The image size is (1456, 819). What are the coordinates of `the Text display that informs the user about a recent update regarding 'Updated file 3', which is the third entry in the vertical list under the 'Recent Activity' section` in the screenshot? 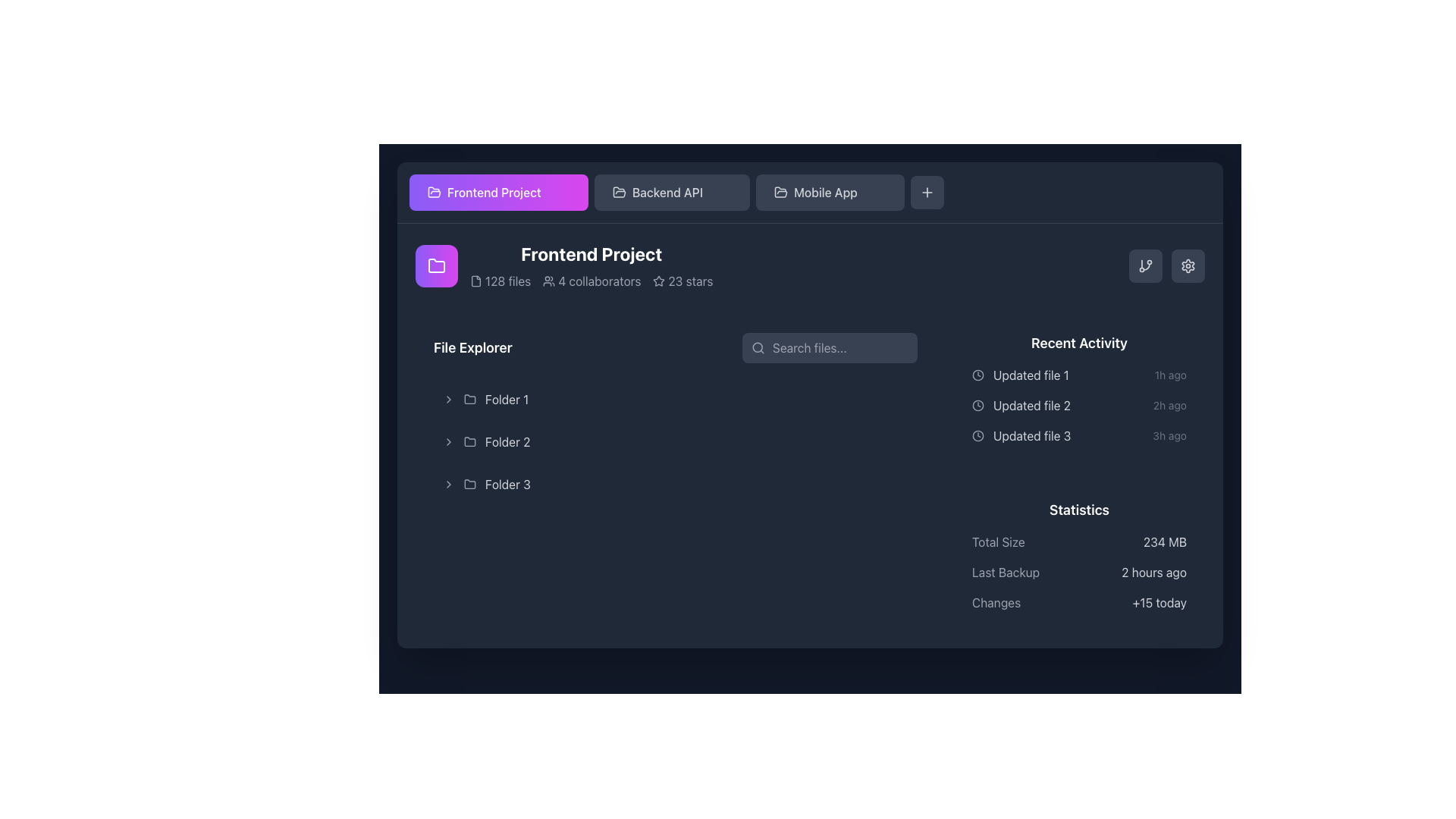 It's located at (1031, 435).